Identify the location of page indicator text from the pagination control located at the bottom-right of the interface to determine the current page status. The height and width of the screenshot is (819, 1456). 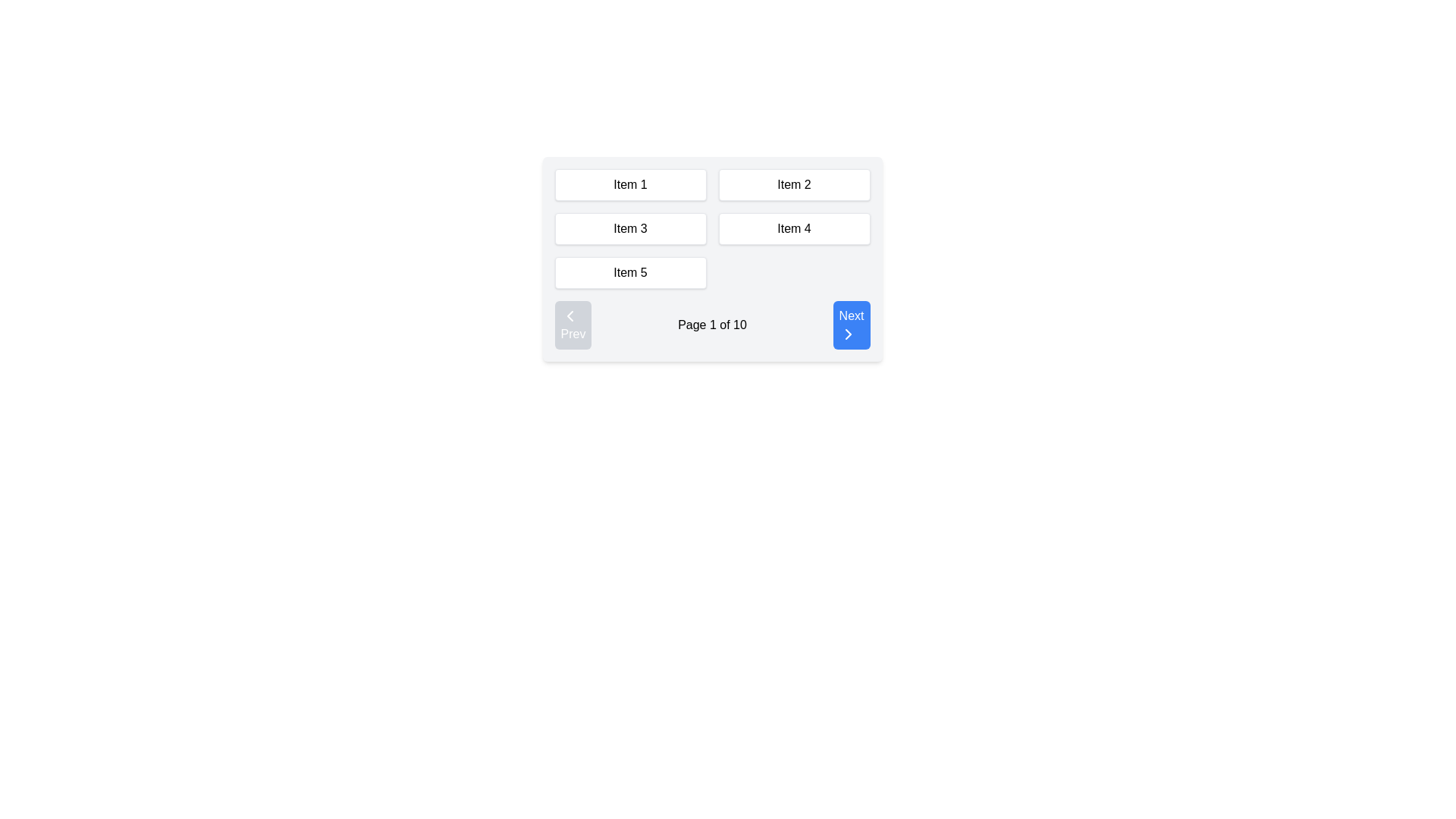
(711, 324).